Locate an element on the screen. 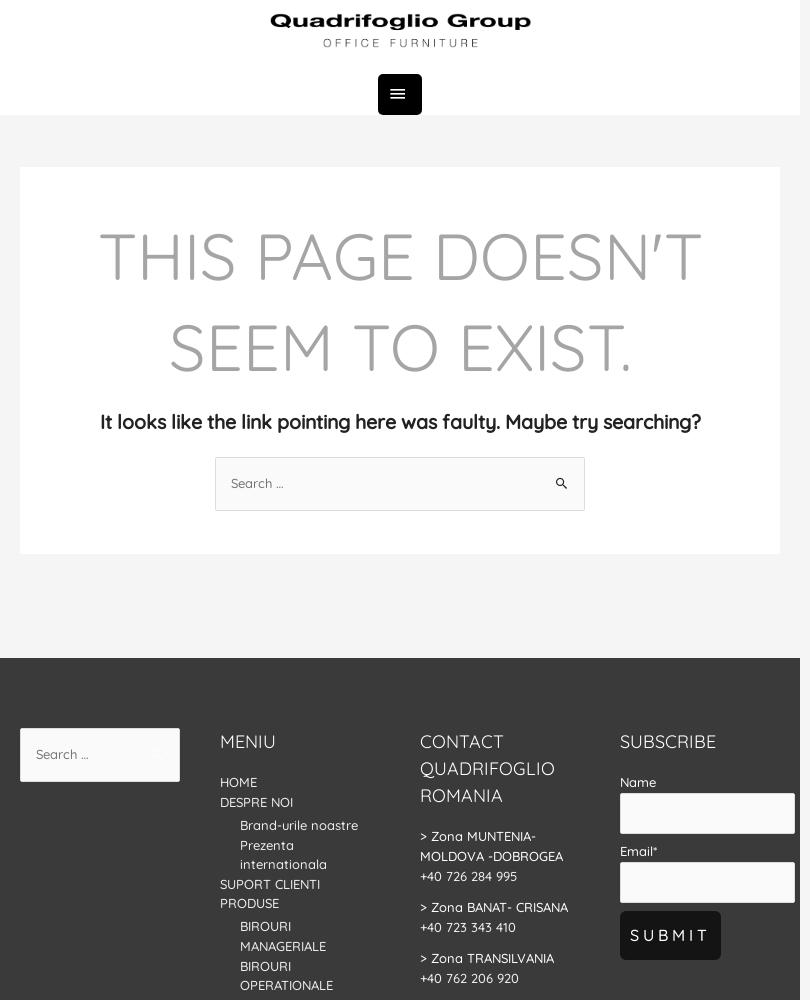 The height and width of the screenshot is (1000, 810). '+40 723 343 410' is located at coordinates (468, 926).